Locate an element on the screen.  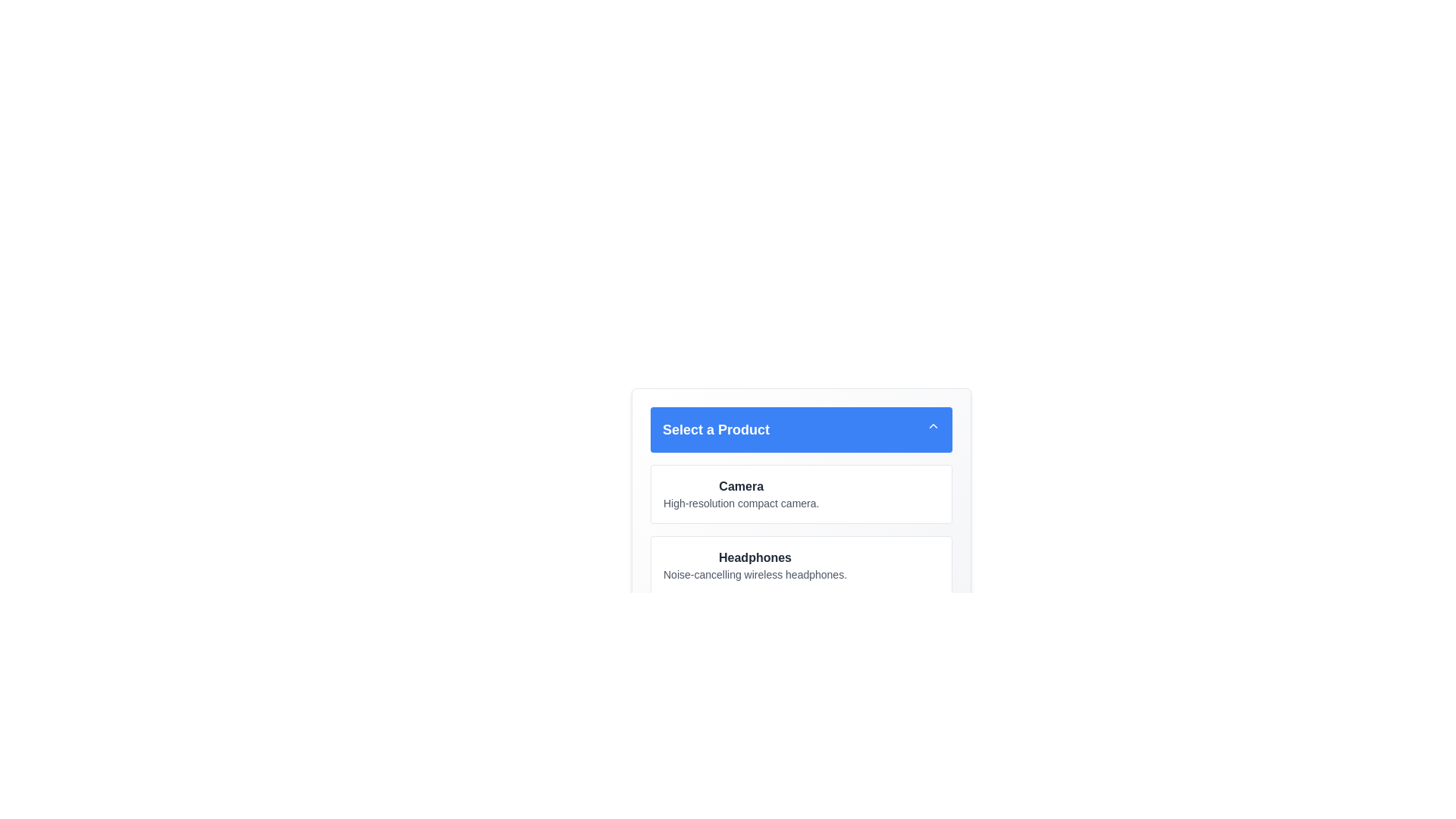
the Text label that identifies the item being described, located under the section 'Select a Product' and below the item labeled 'Camera' is located at coordinates (755, 558).